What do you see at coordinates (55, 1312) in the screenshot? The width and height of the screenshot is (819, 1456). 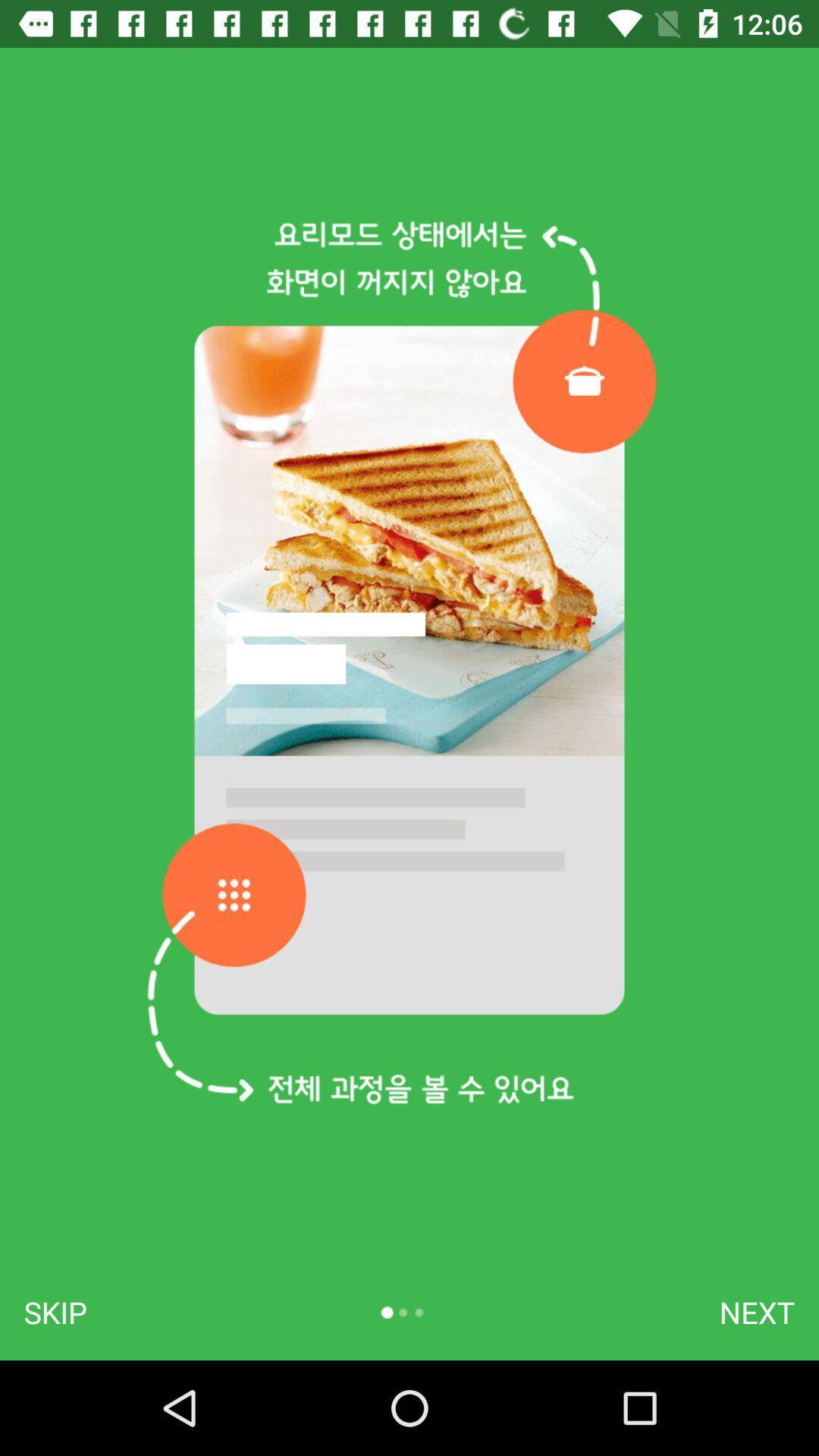 I see `item at the bottom left corner` at bounding box center [55, 1312].